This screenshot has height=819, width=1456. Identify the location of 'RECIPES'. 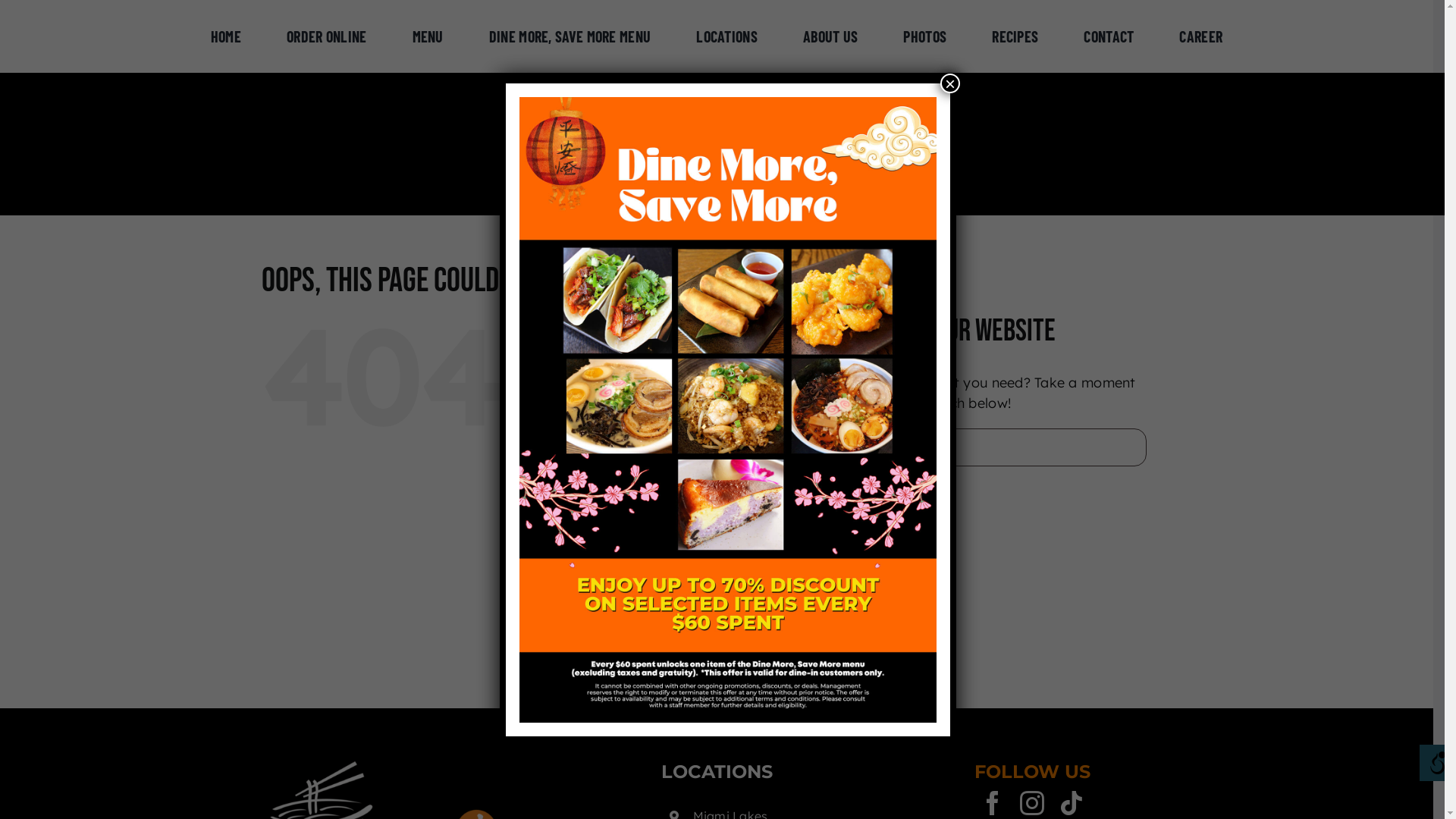
(1015, 35).